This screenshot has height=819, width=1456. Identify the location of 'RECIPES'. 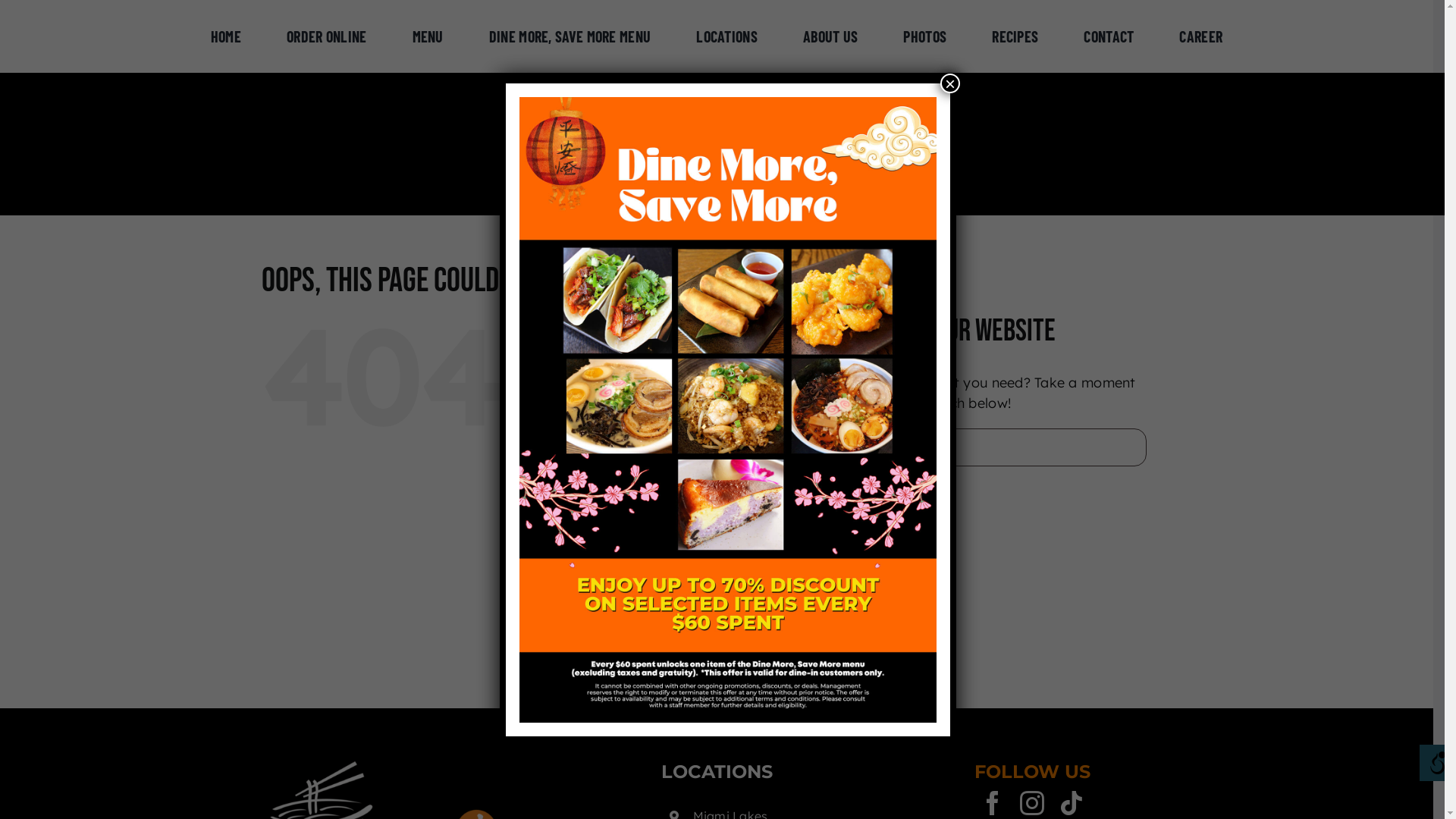
(1015, 35).